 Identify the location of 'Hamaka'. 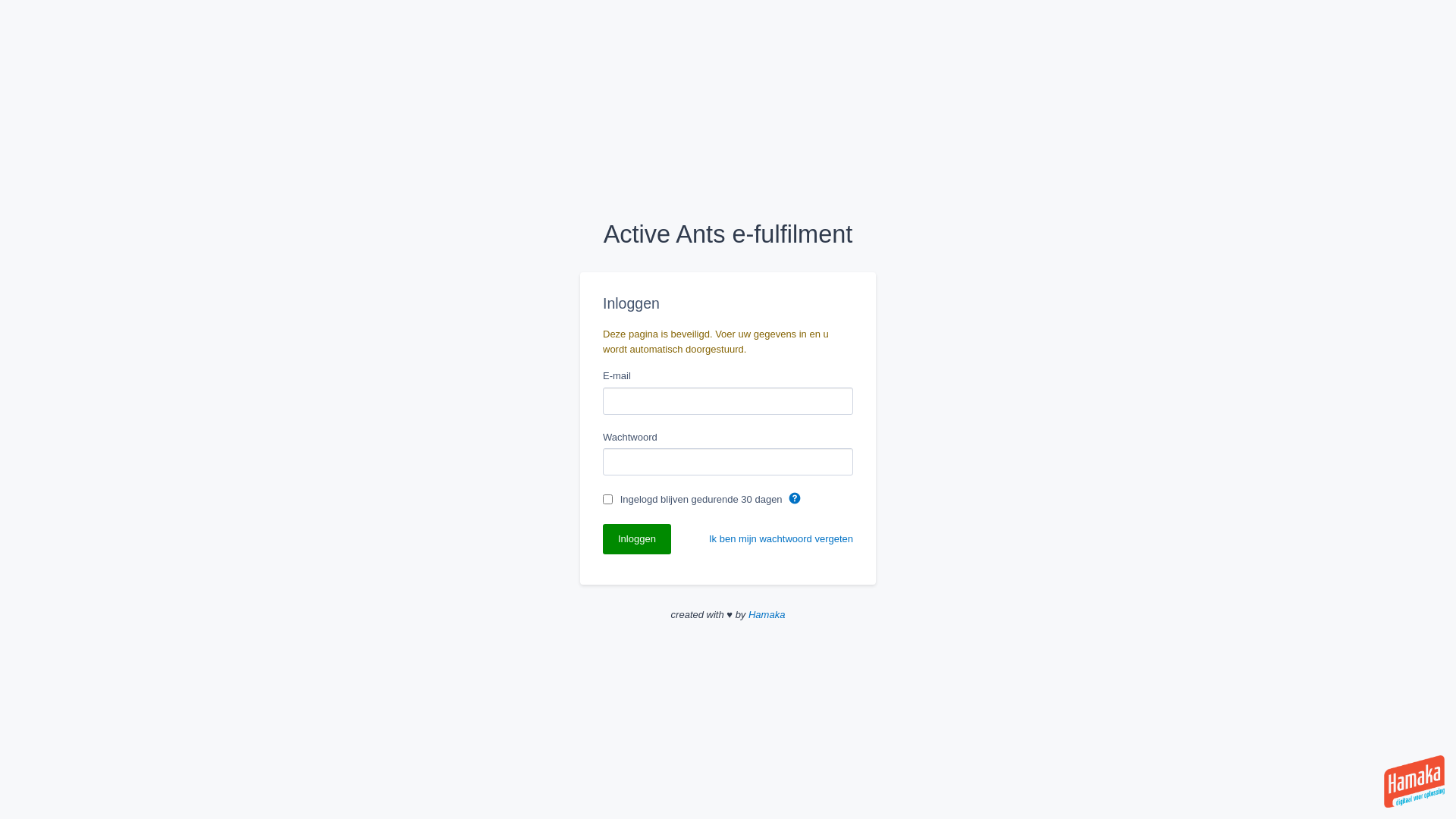
(767, 614).